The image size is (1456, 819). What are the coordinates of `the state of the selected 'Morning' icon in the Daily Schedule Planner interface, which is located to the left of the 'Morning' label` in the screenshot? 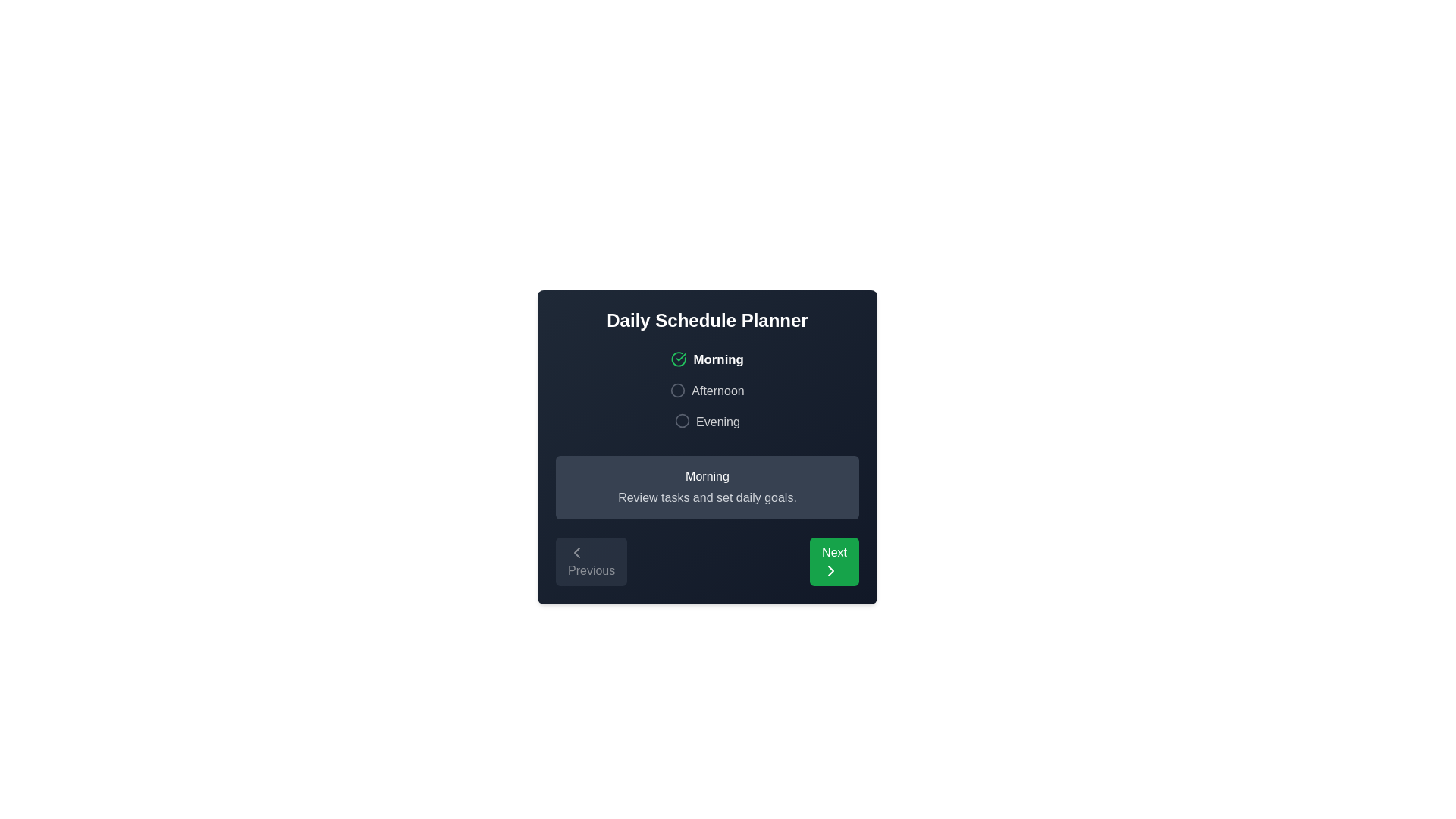 It's located at (678, 359).